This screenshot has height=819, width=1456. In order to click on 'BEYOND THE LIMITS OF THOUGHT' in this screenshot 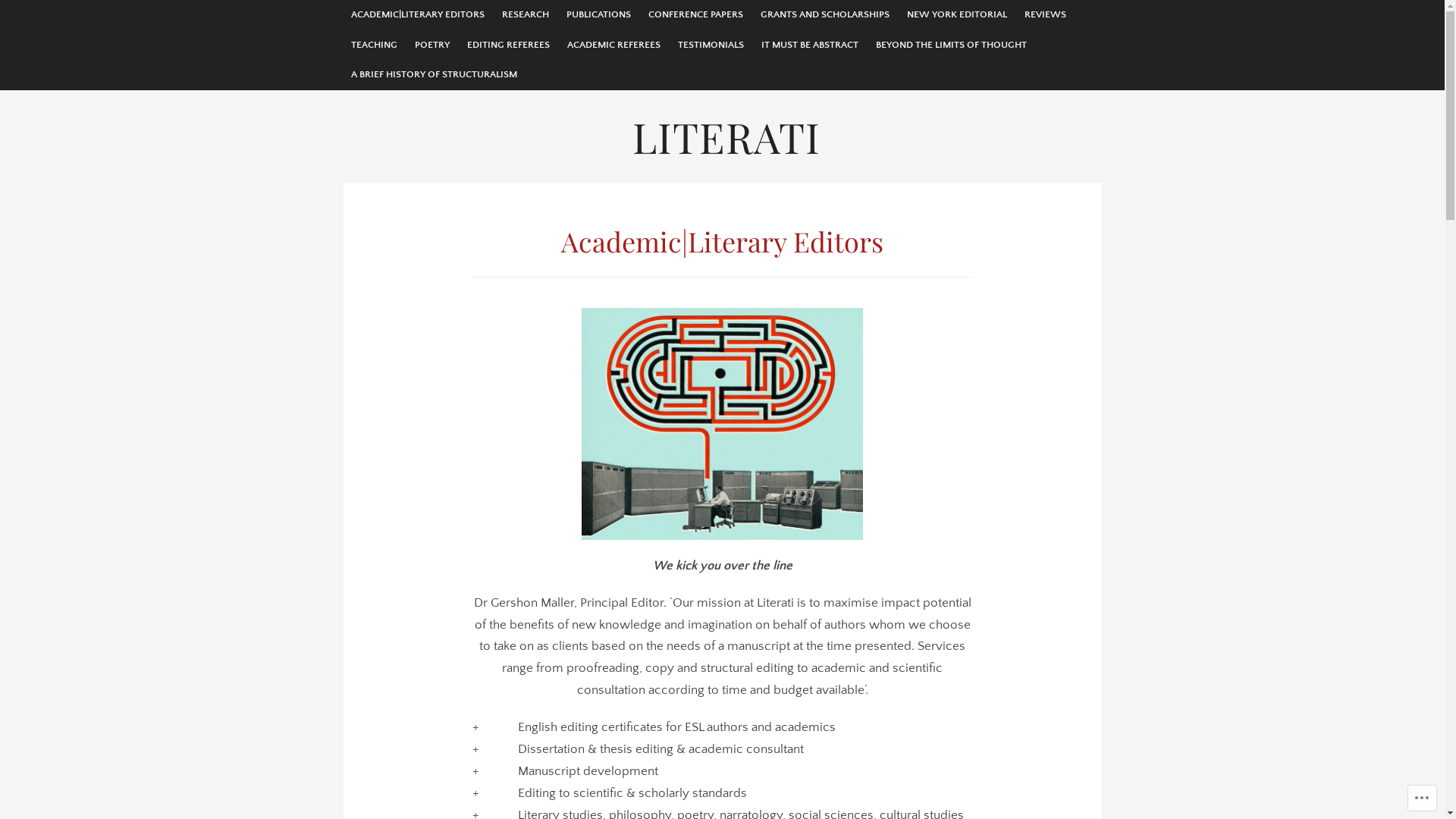, I will do `click(949, 45)`.